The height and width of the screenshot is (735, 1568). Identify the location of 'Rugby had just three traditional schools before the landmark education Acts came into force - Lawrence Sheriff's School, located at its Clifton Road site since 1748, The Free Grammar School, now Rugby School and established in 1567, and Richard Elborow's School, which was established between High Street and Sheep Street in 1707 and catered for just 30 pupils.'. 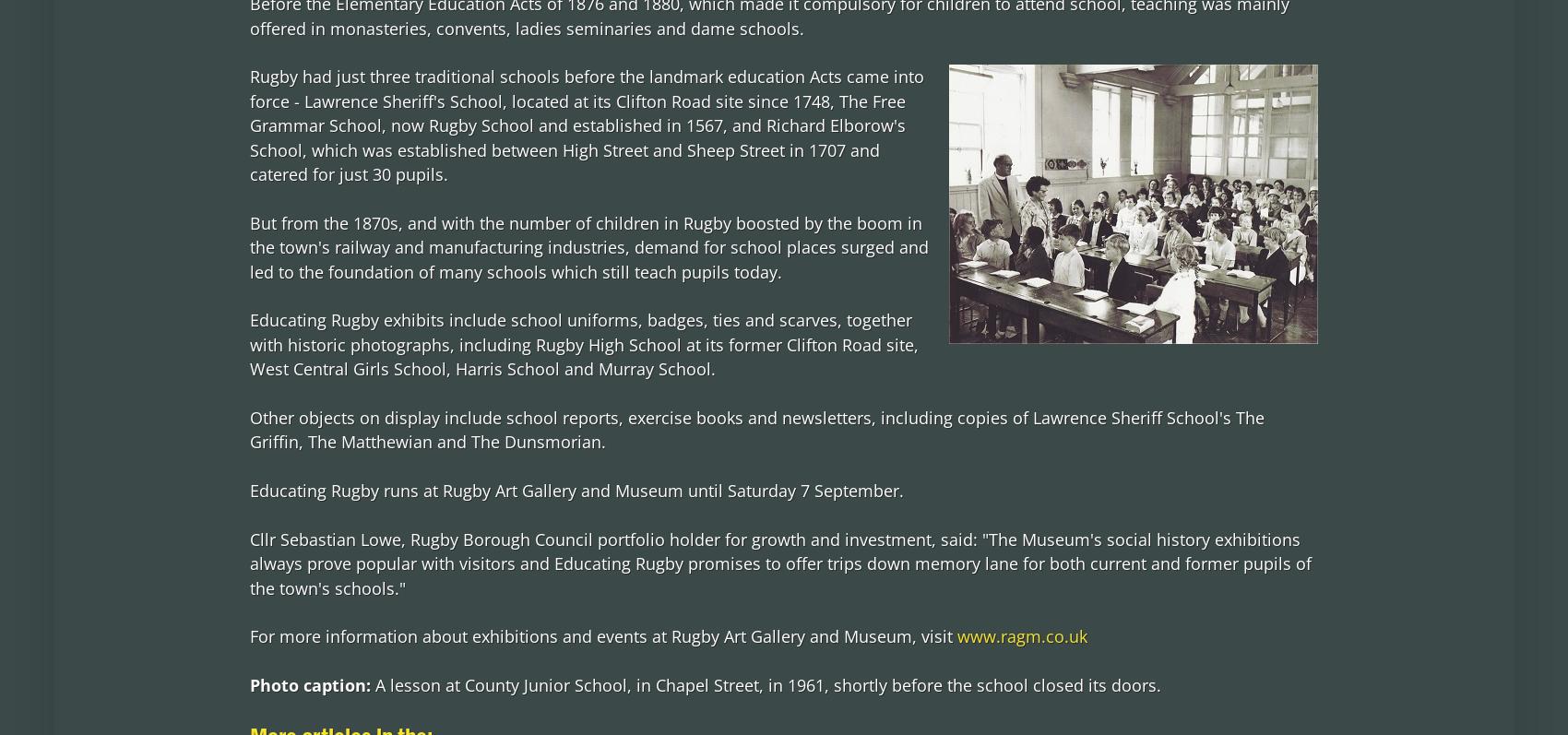
(585, 124).